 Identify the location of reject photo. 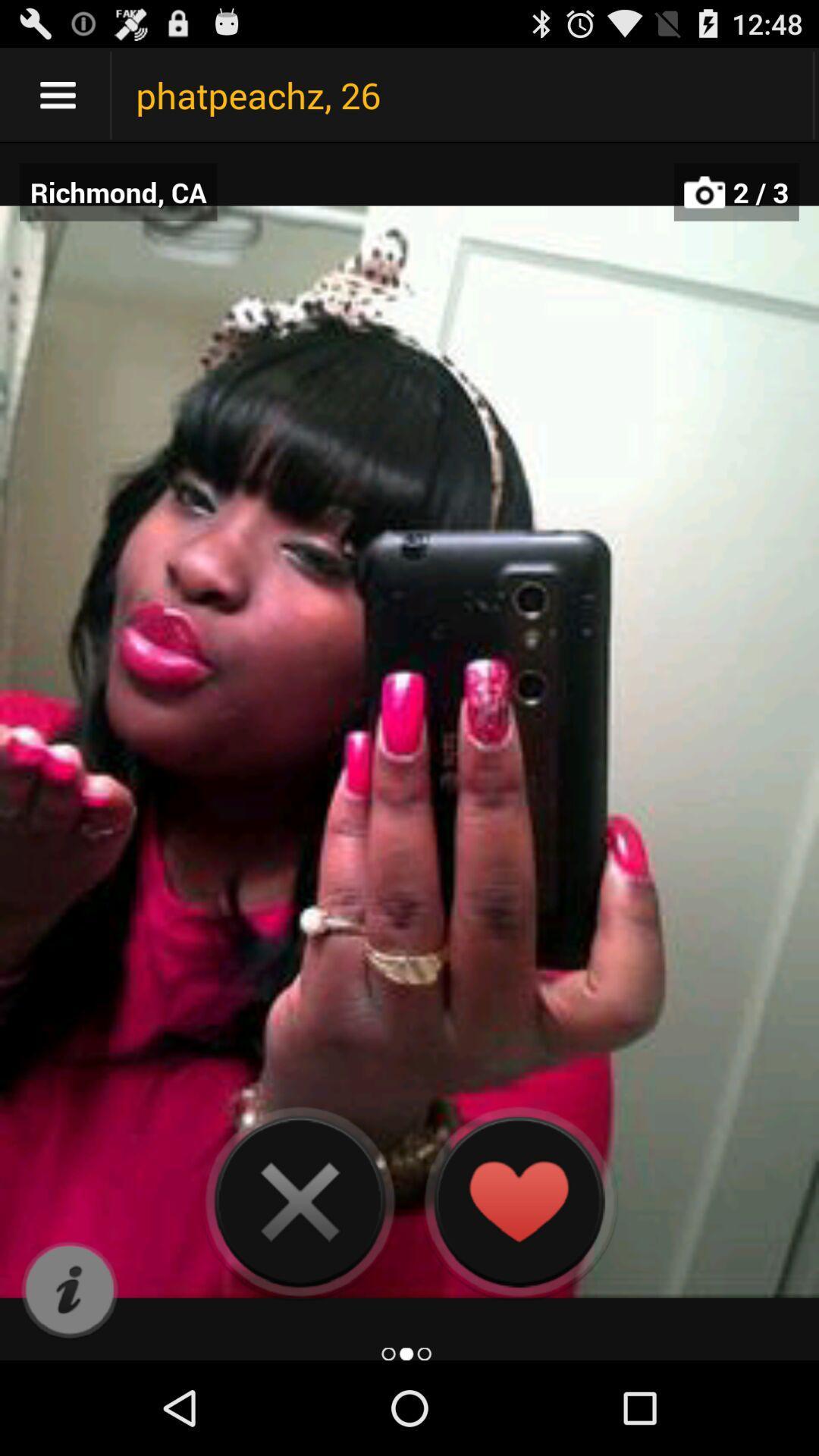
(300, 1200).